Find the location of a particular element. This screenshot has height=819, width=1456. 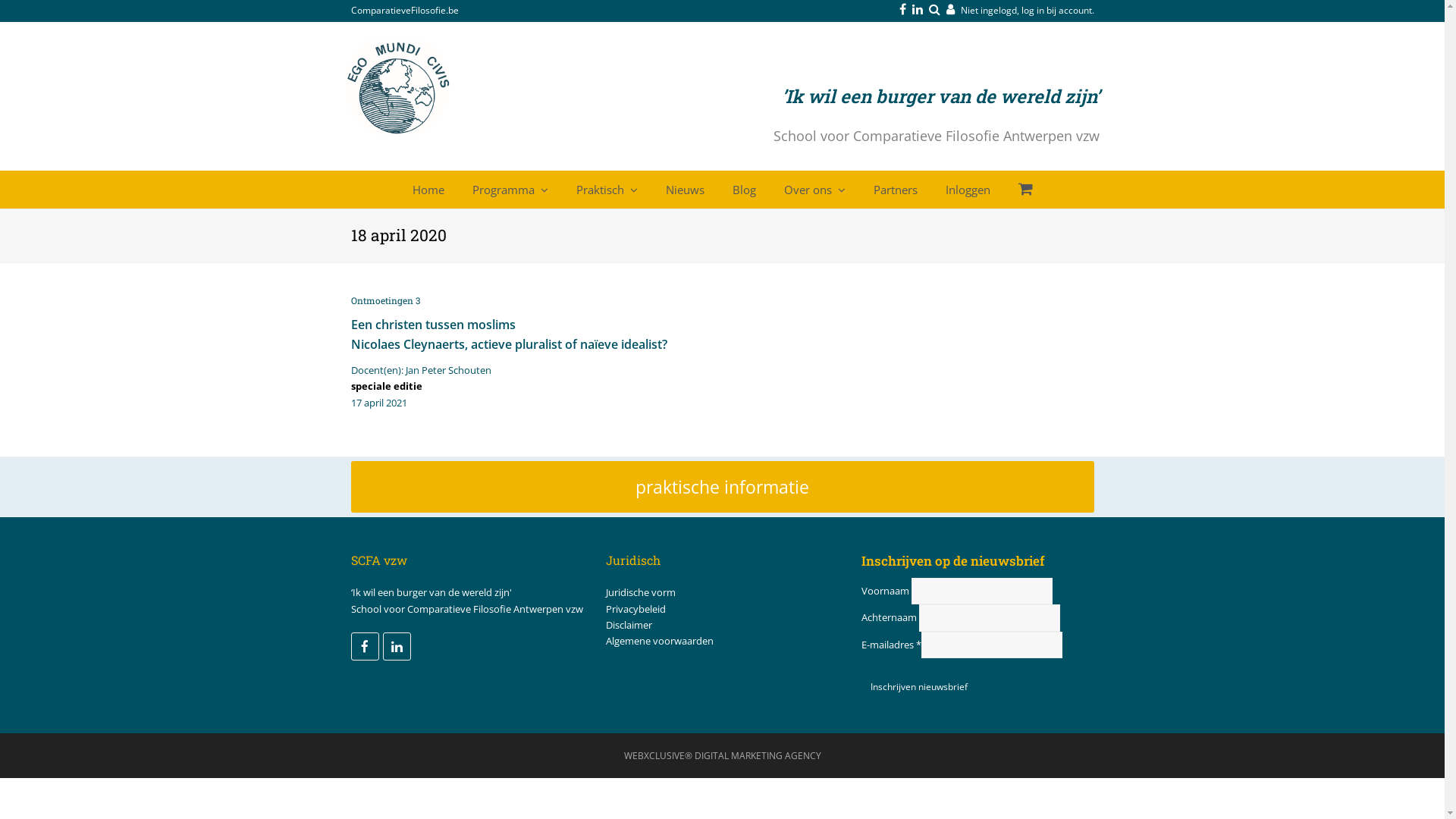

'Praktisch' is located at coordinates (562, 189).